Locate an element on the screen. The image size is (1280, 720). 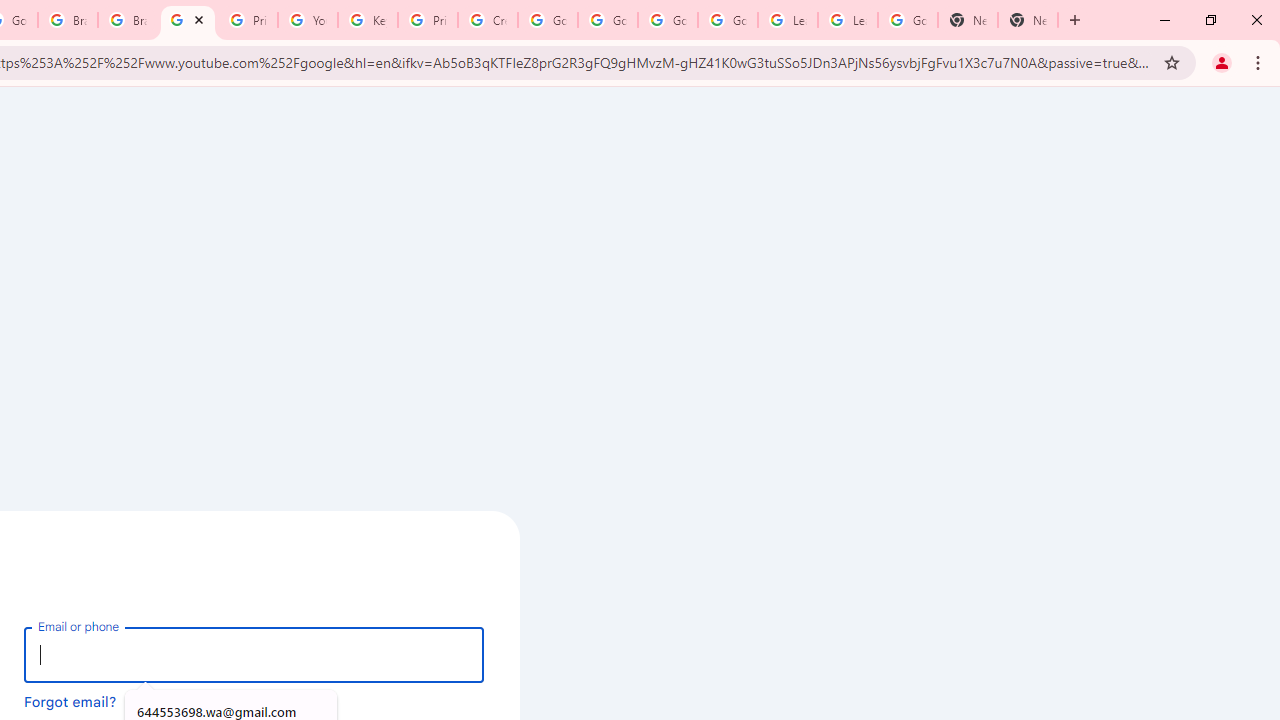
'YouTube' is located at coordinates (306, 20).